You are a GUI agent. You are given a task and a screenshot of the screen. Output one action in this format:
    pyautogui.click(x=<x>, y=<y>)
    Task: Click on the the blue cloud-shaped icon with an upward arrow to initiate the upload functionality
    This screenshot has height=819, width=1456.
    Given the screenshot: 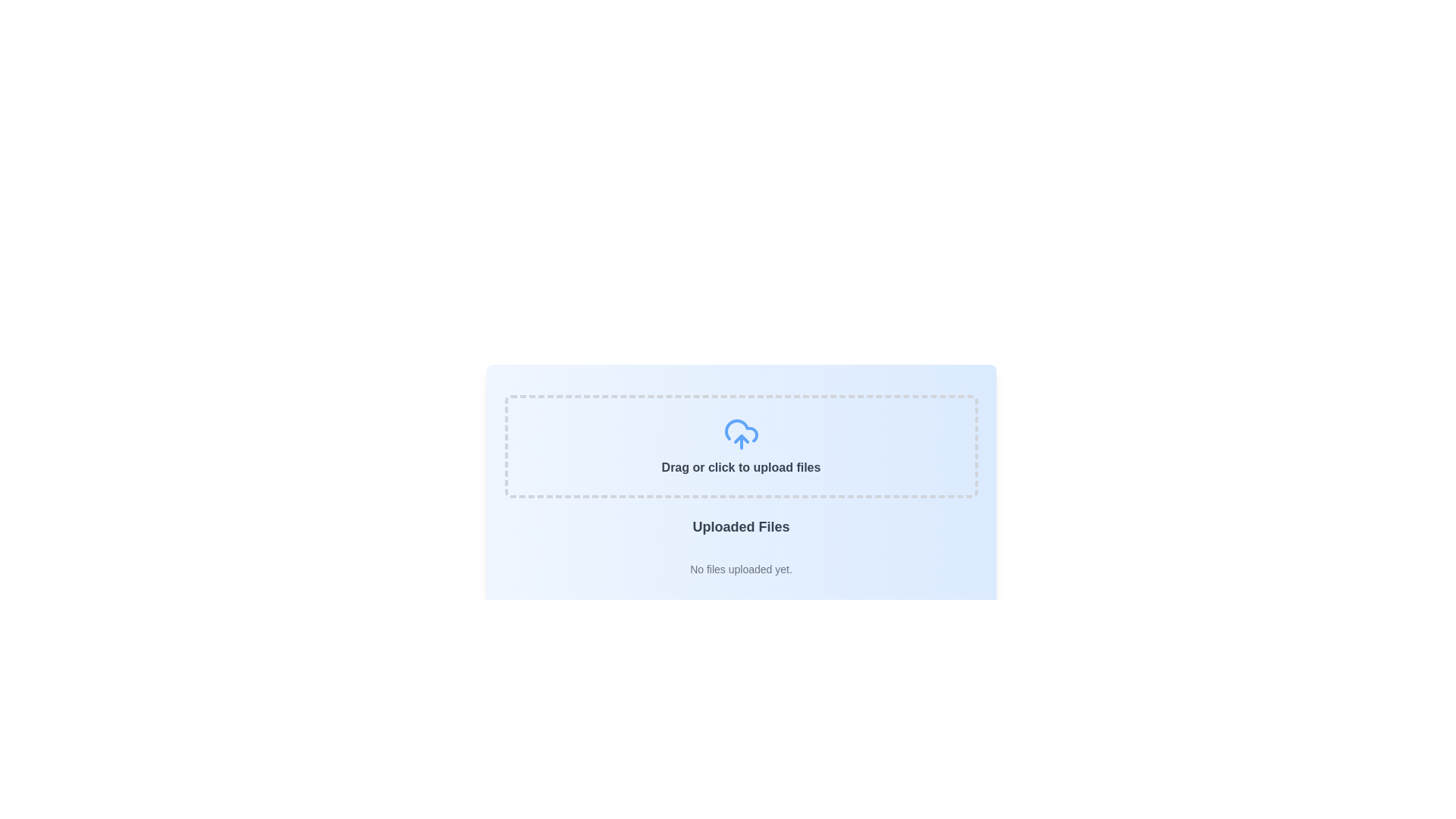 What is the action you would take?
    pyautogui.click(x=741, y=435)
    